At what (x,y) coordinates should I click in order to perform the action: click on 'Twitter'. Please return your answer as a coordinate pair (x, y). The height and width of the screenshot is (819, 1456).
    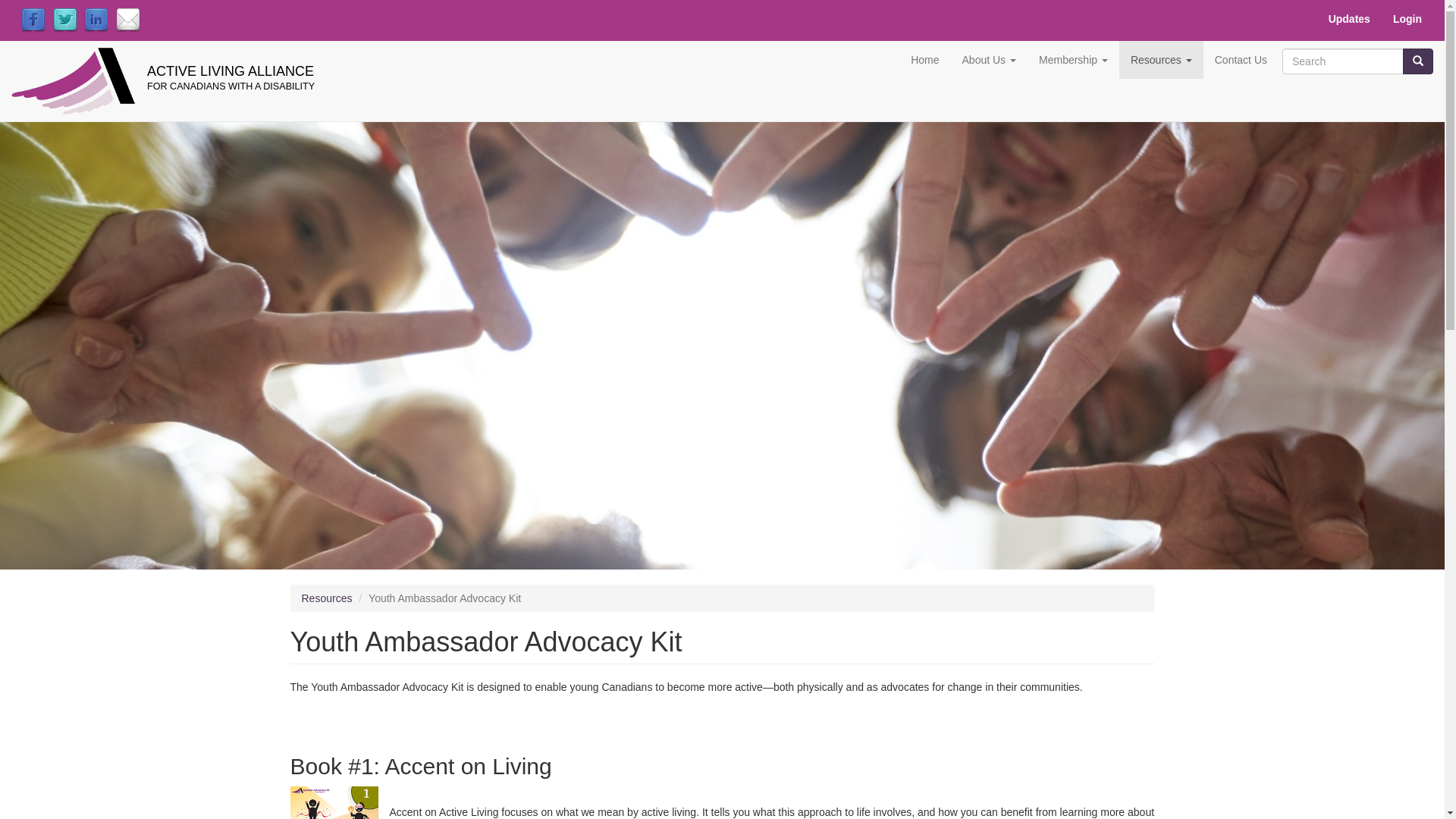
    Looking at the image, I should click on (64, 20).